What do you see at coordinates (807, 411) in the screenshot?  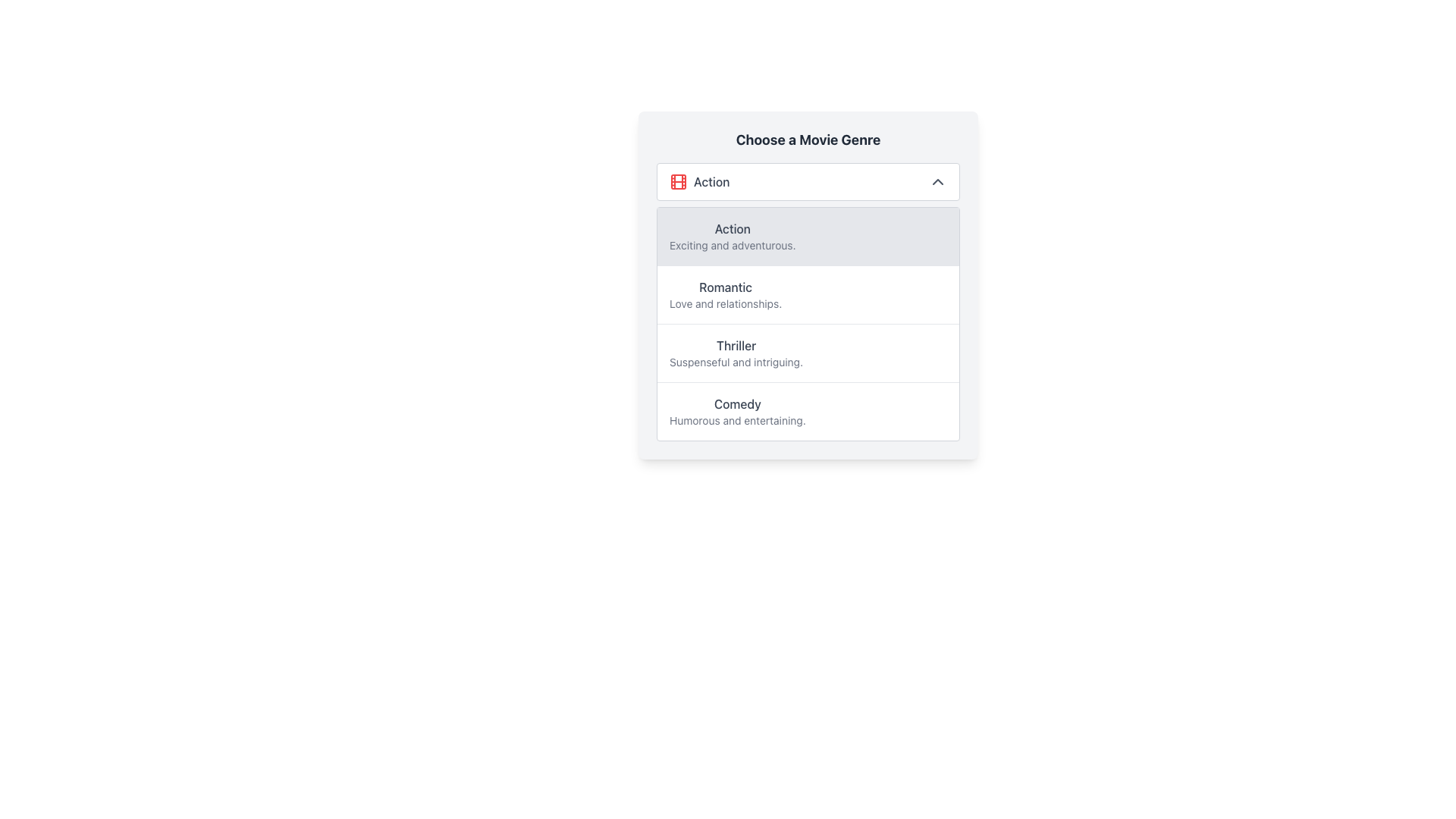 I see `the dropdown menu option labeled 'Comedy' which is the last item in the list of movie genres, highlighting it for selection` at bounding box center [807, 411].